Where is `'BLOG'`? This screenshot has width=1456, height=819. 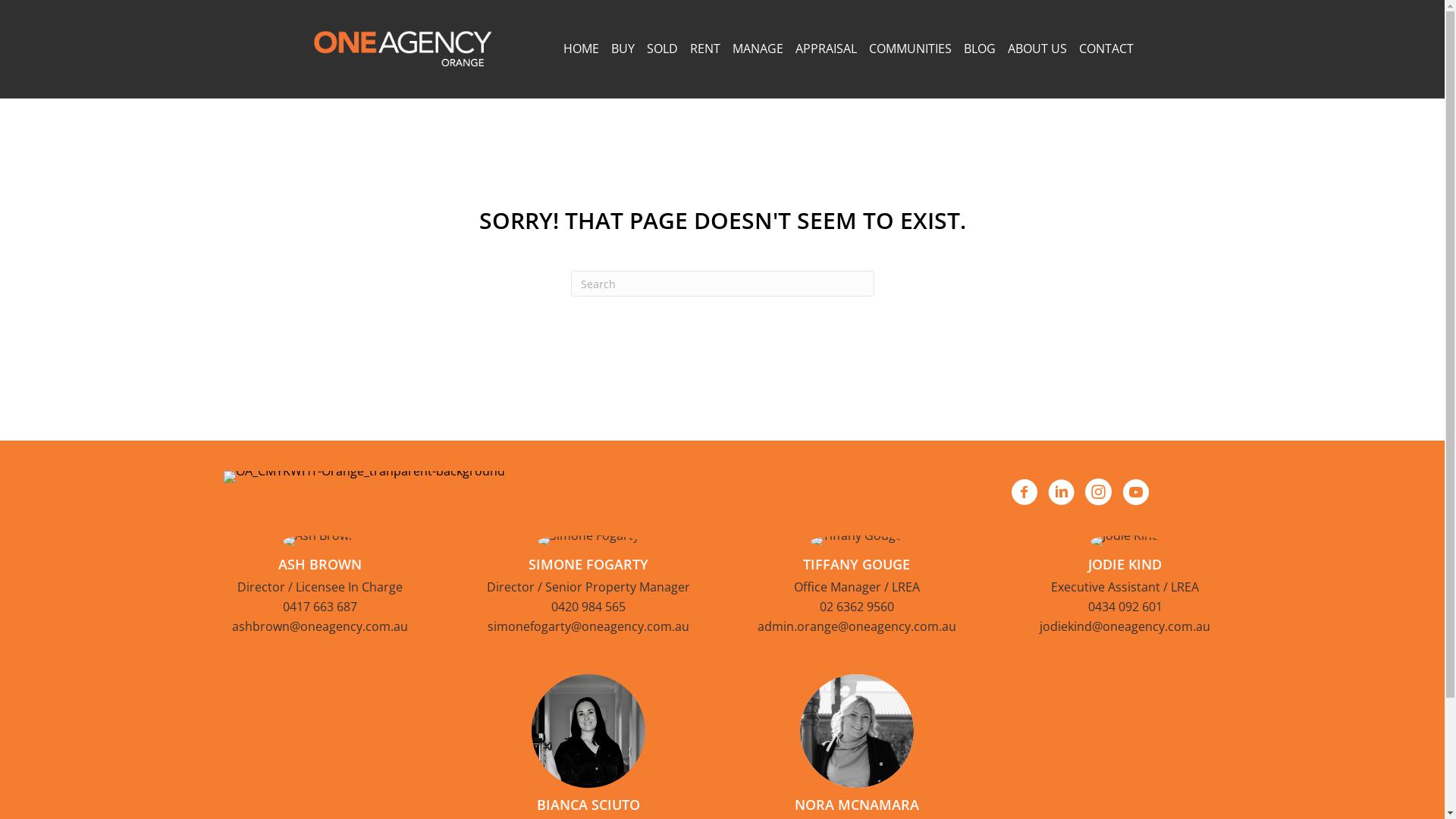 'BLOG' is located at coordinates (979, 48).